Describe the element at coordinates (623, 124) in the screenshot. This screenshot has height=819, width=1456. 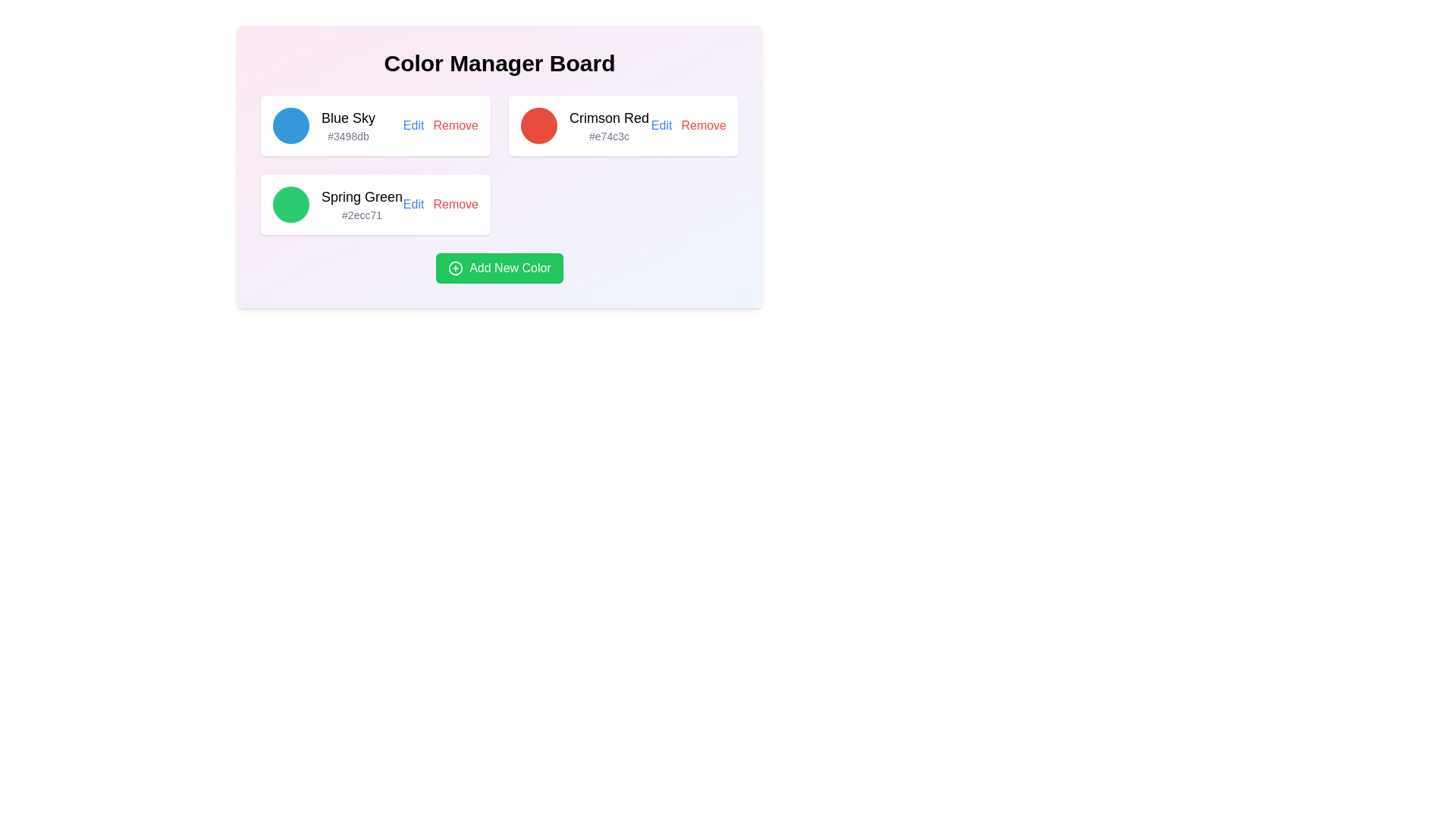
I see `the second color information card in the color management interface` at that location.